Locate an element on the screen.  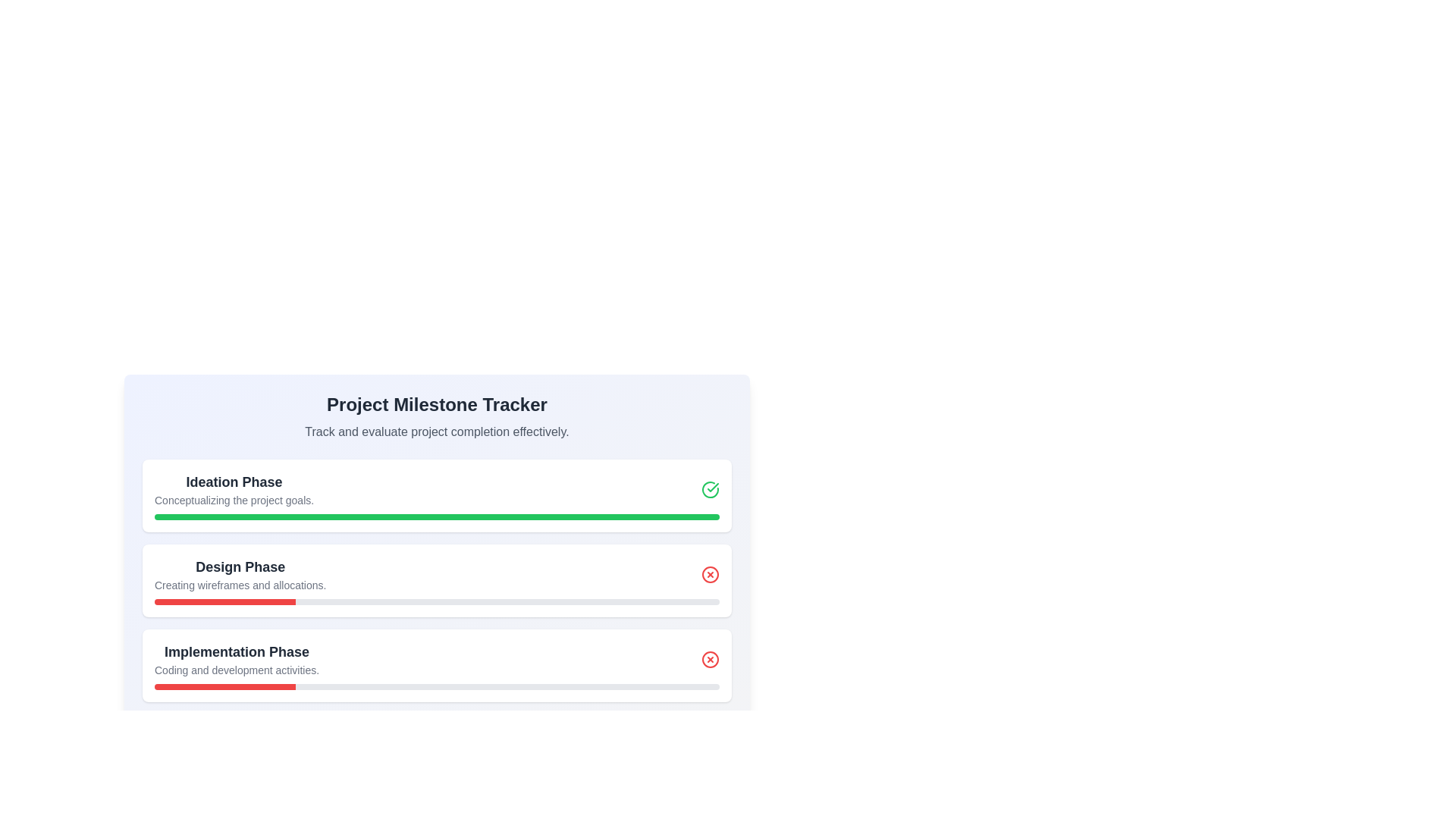
text label providing details about the ideation phase, which is located directly beneath the title 'Ideation Phase' and above a green progress bar is located at coordinates (234, 500).